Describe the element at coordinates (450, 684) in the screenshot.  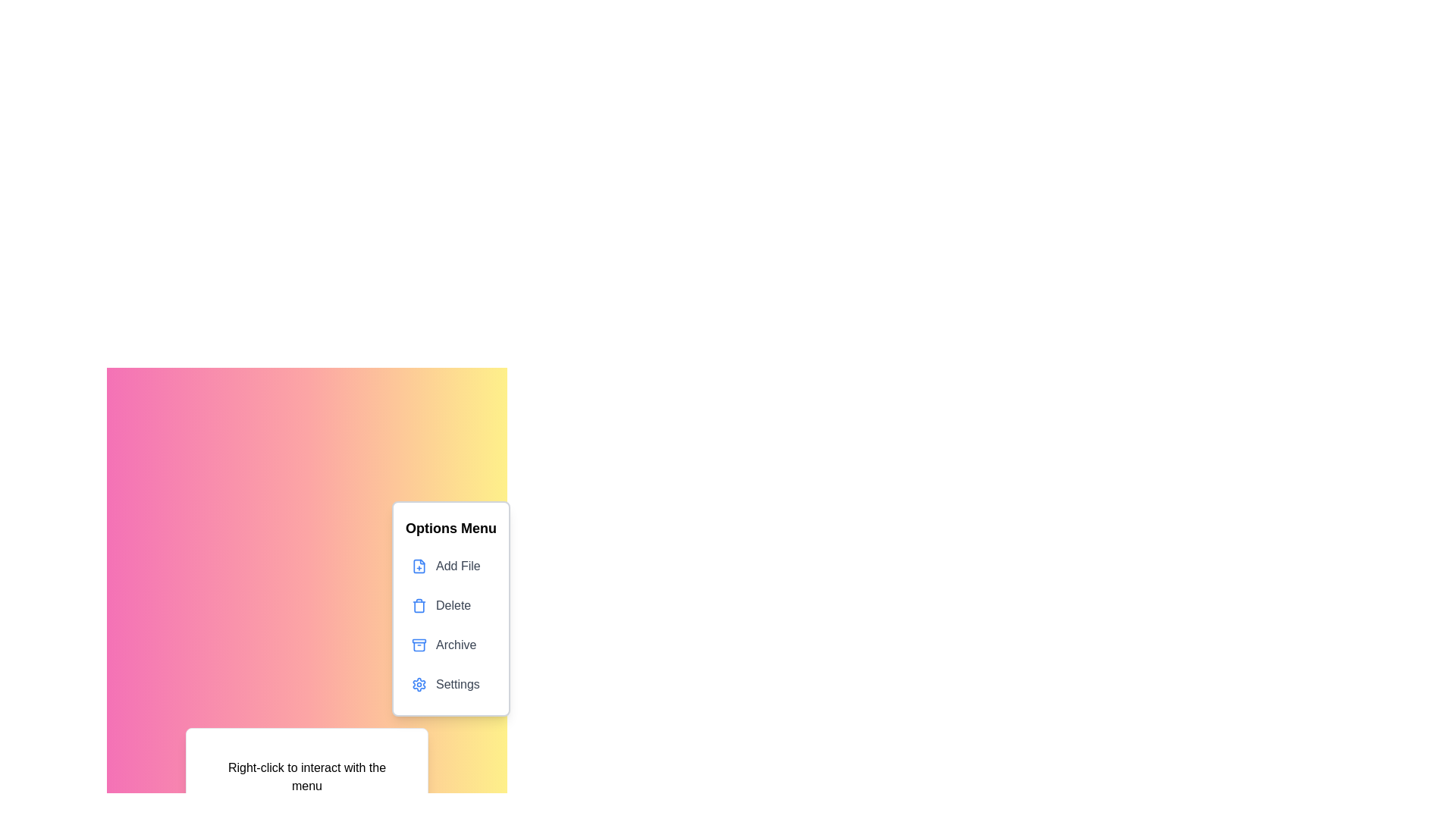
I see `the 'Settings' option in the context menu` at that location.